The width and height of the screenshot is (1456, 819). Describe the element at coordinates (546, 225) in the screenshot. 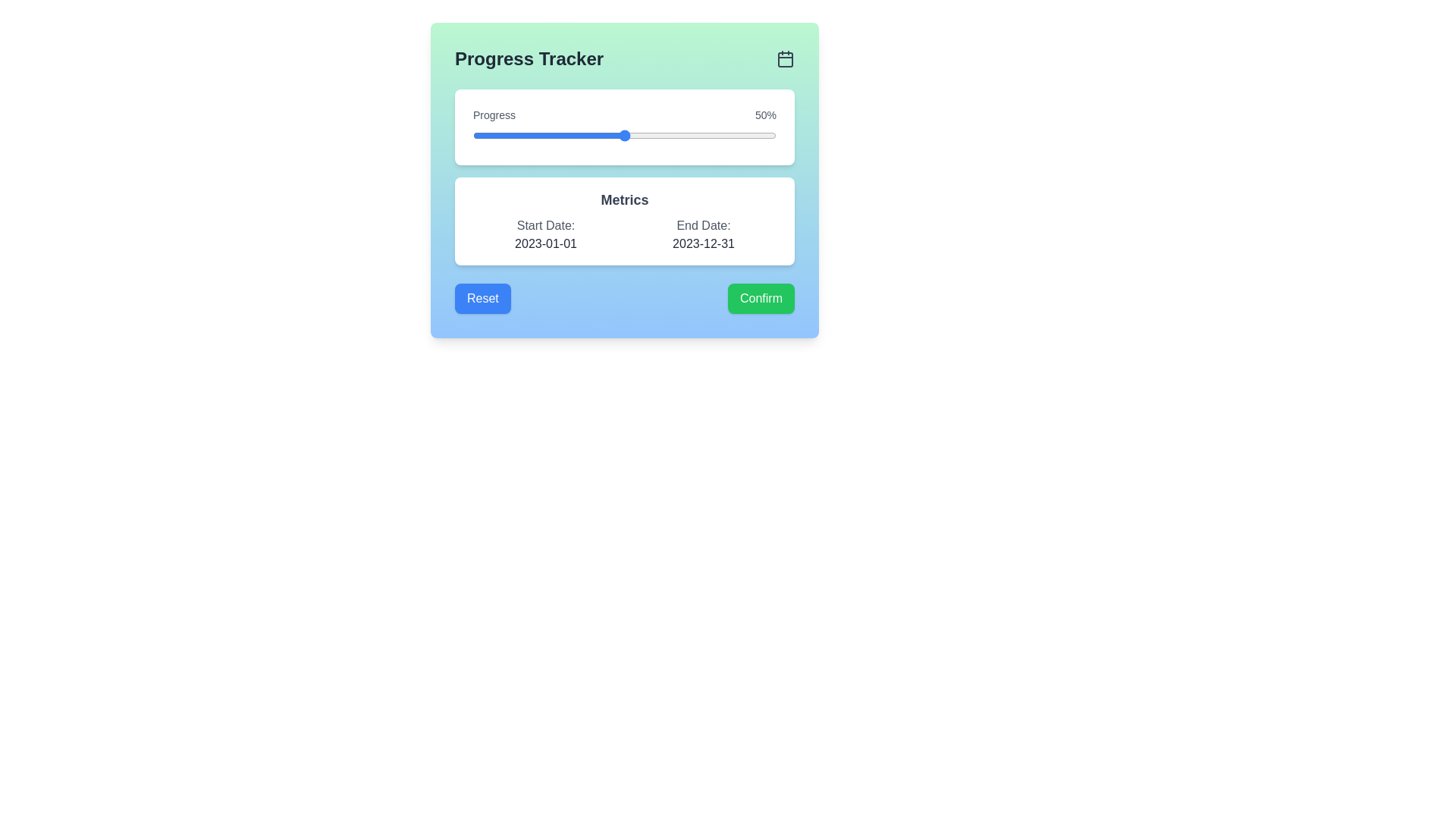

I see `the label displaying 'Start Date:' which is positioned to the left of the date '2023-01-01' in the Metrics section of the application` at that location.